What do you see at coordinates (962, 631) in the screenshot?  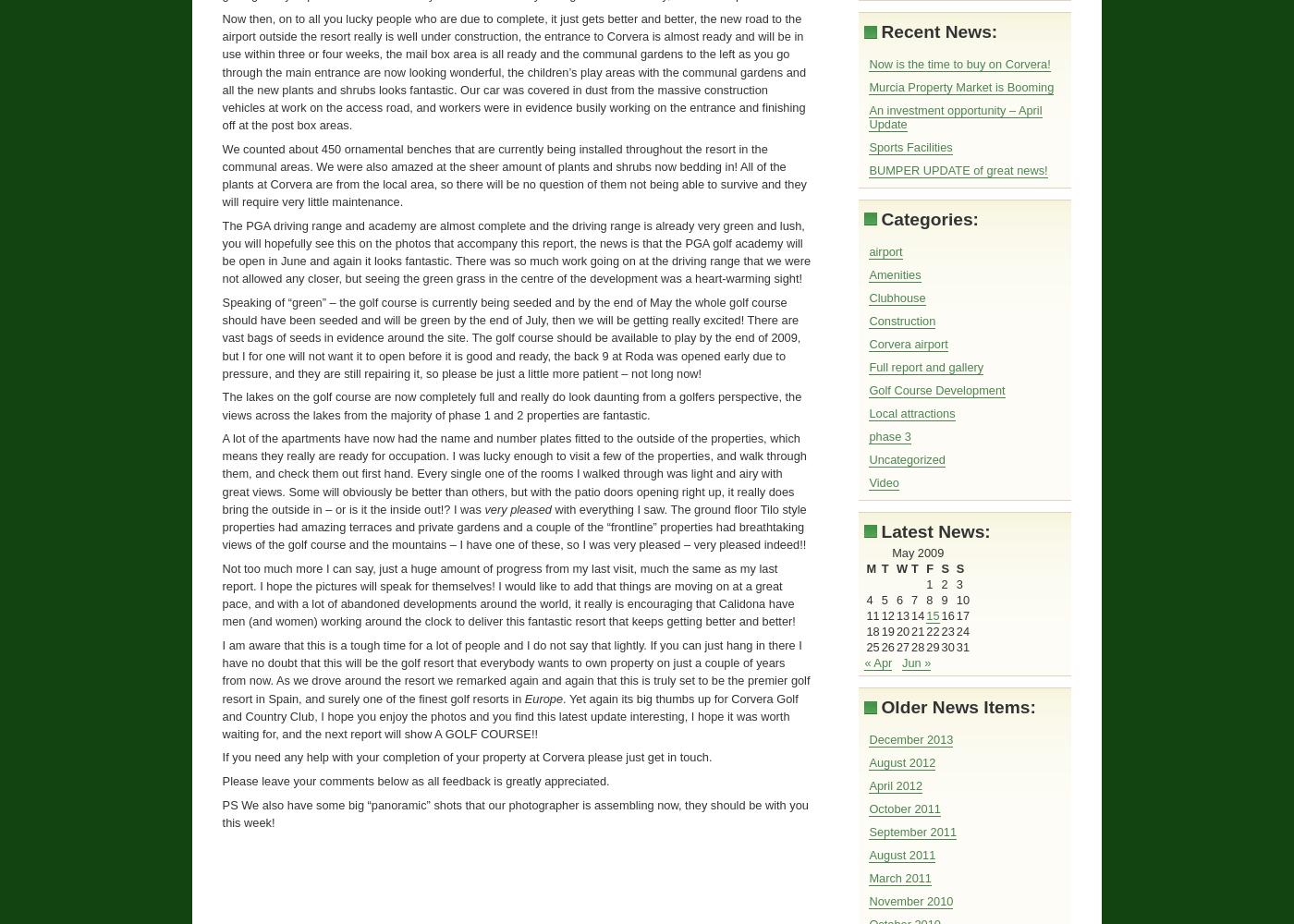 I see `'24'` at bounding box center [962, 631].